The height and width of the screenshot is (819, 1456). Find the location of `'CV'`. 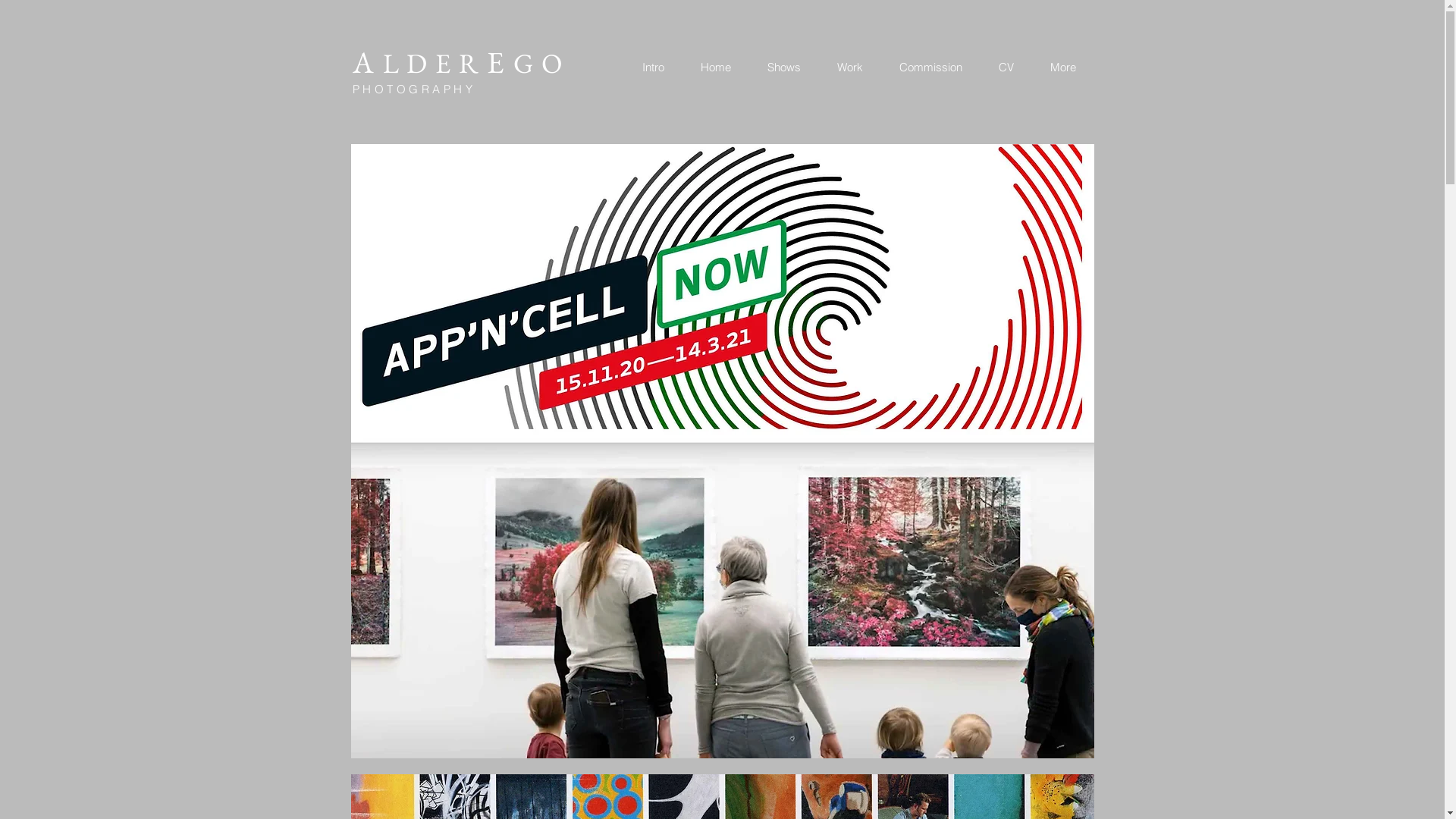

'CV' is located at coordinates (1005, 66).